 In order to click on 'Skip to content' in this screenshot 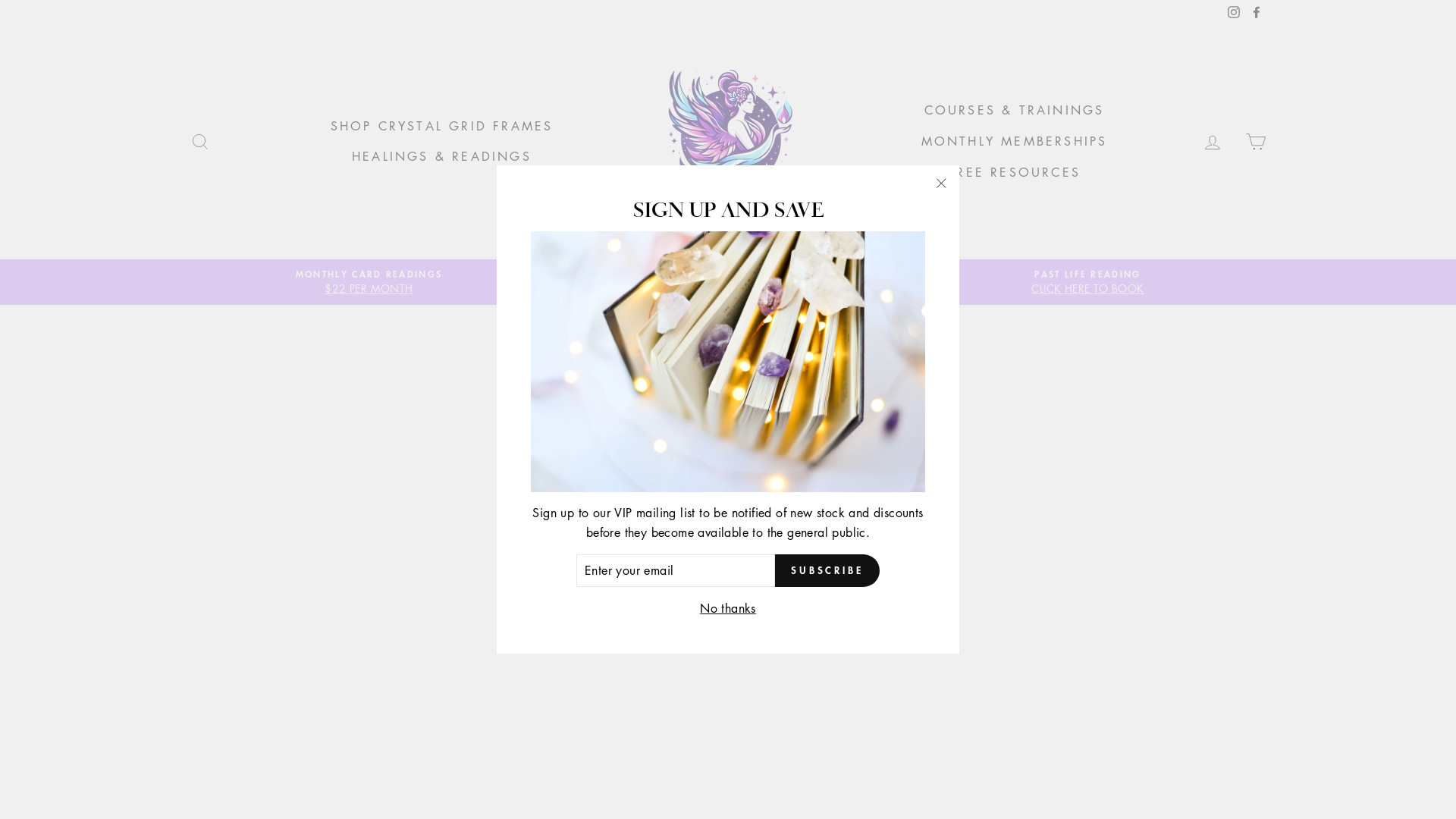, I will do `click(0, 0)`.